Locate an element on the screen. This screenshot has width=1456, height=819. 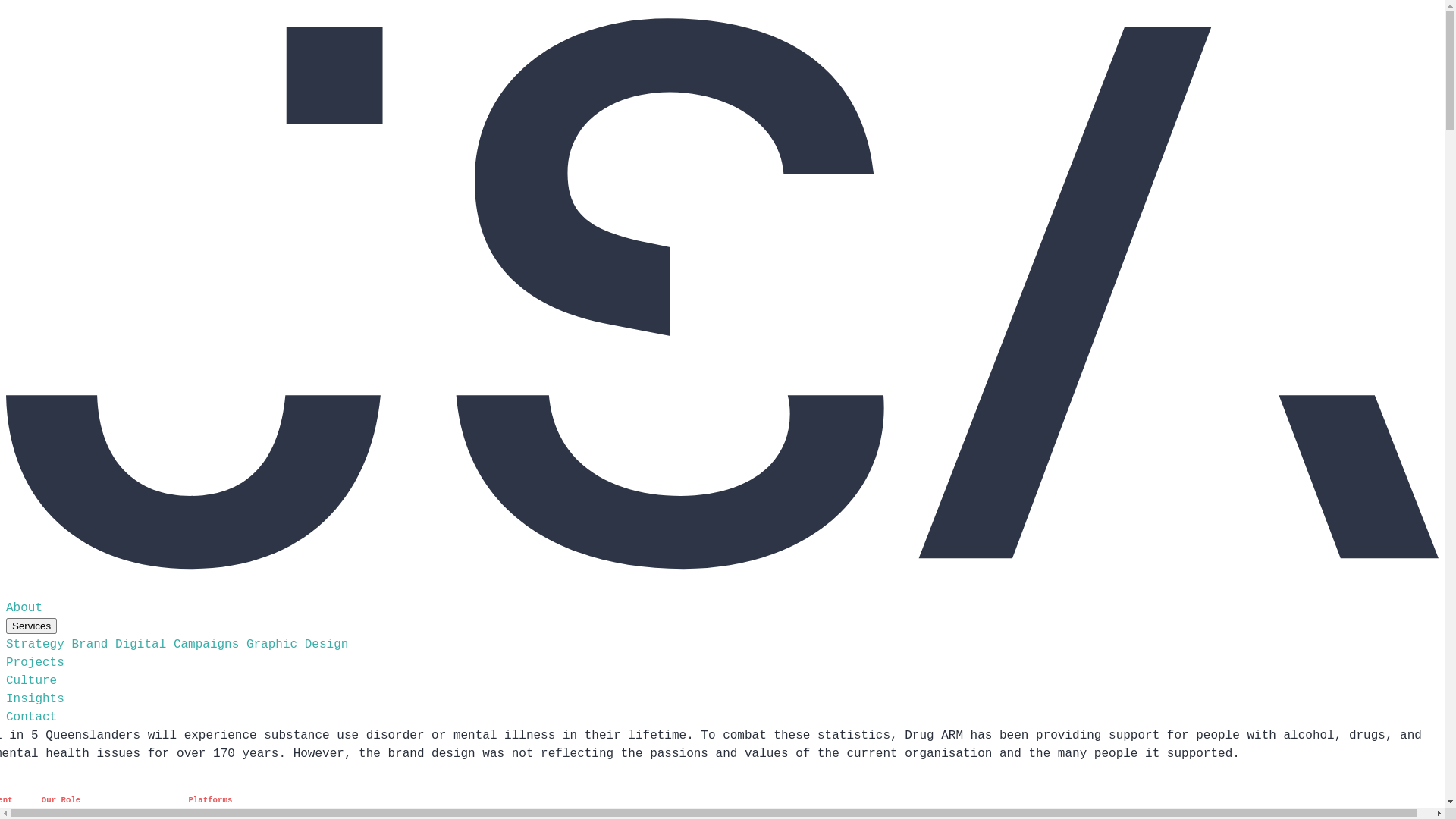
'Projects' is located at coordinates (35, 662).